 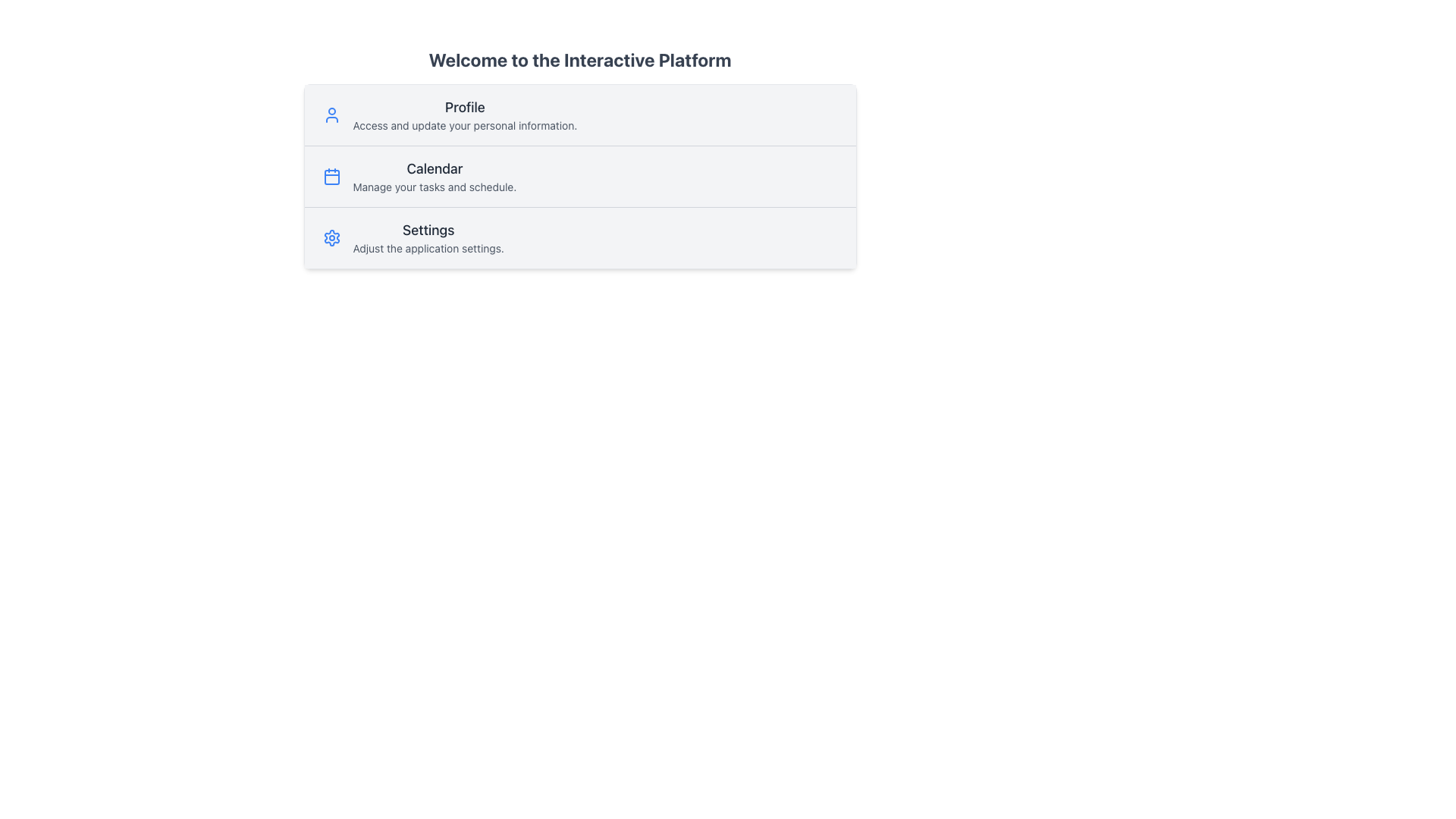 What do you see at coordinates (331, 175) in the screenshot?
I see `the blue calendar icon located in the 'Calendar' section, preceding the text 'Calendar'` at bounding box center [331, 175].